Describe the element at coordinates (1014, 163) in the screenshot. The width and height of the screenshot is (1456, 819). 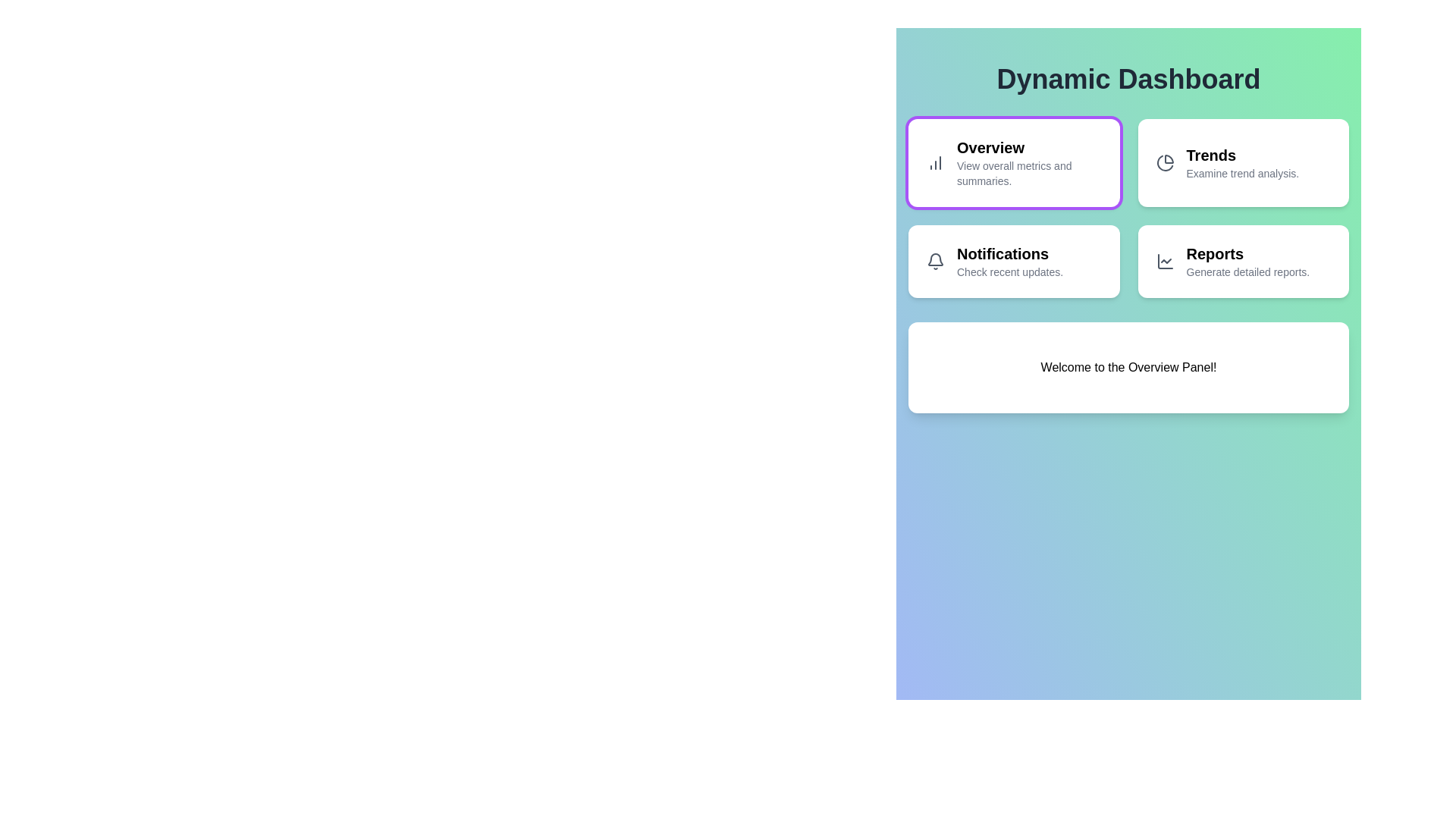
I see `the button labeled Overview to observe its dynamic visual style` at that location.